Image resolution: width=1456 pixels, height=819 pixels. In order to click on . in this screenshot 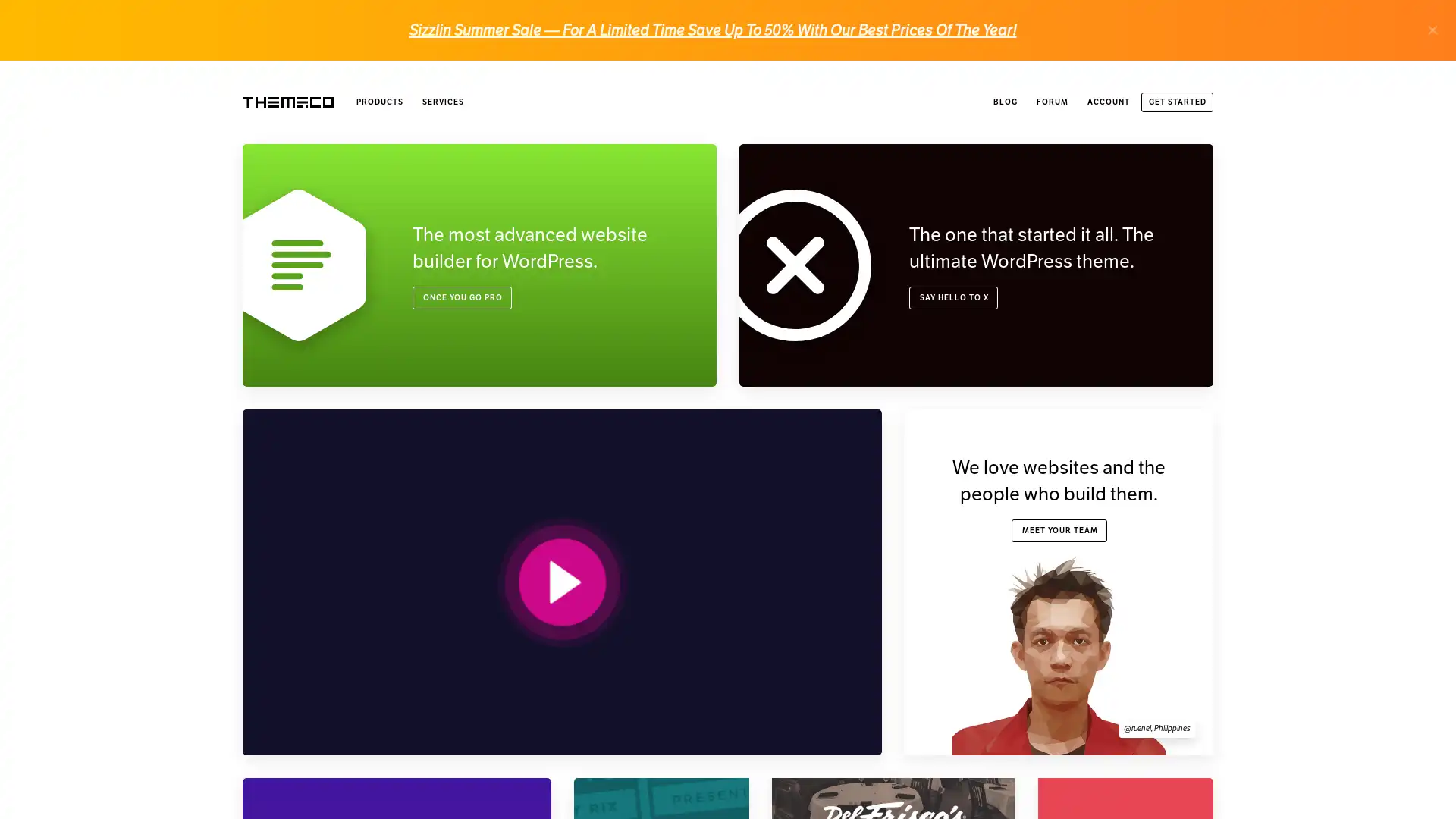, I will do `click(1432, 30)`.